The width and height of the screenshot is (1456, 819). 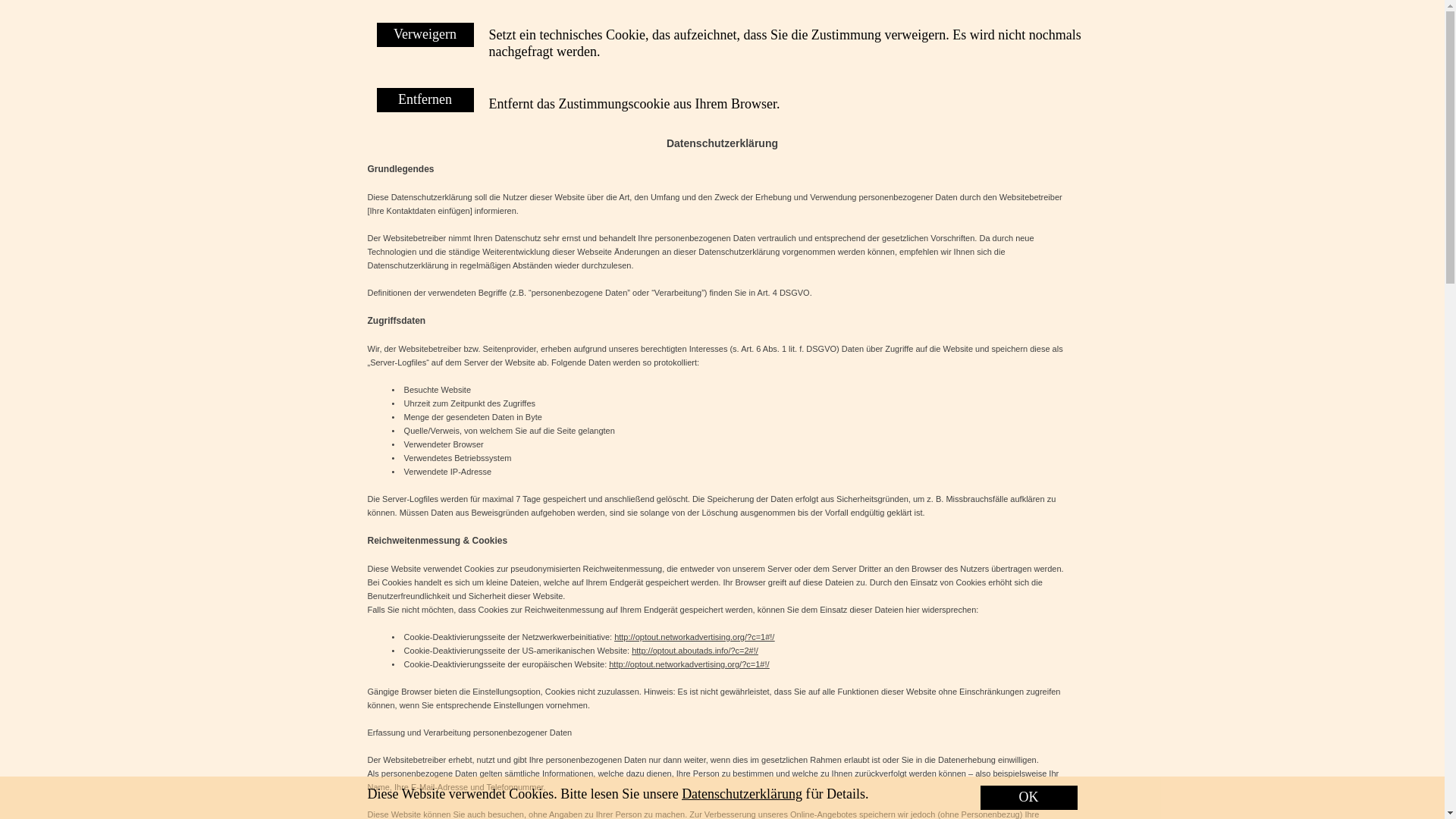 What do you see at coordinates (688, 663) in the screenshot?
I see `'http://optout.networkadvertising.org/?c=1#!/'` at bounding box center [688, 663].